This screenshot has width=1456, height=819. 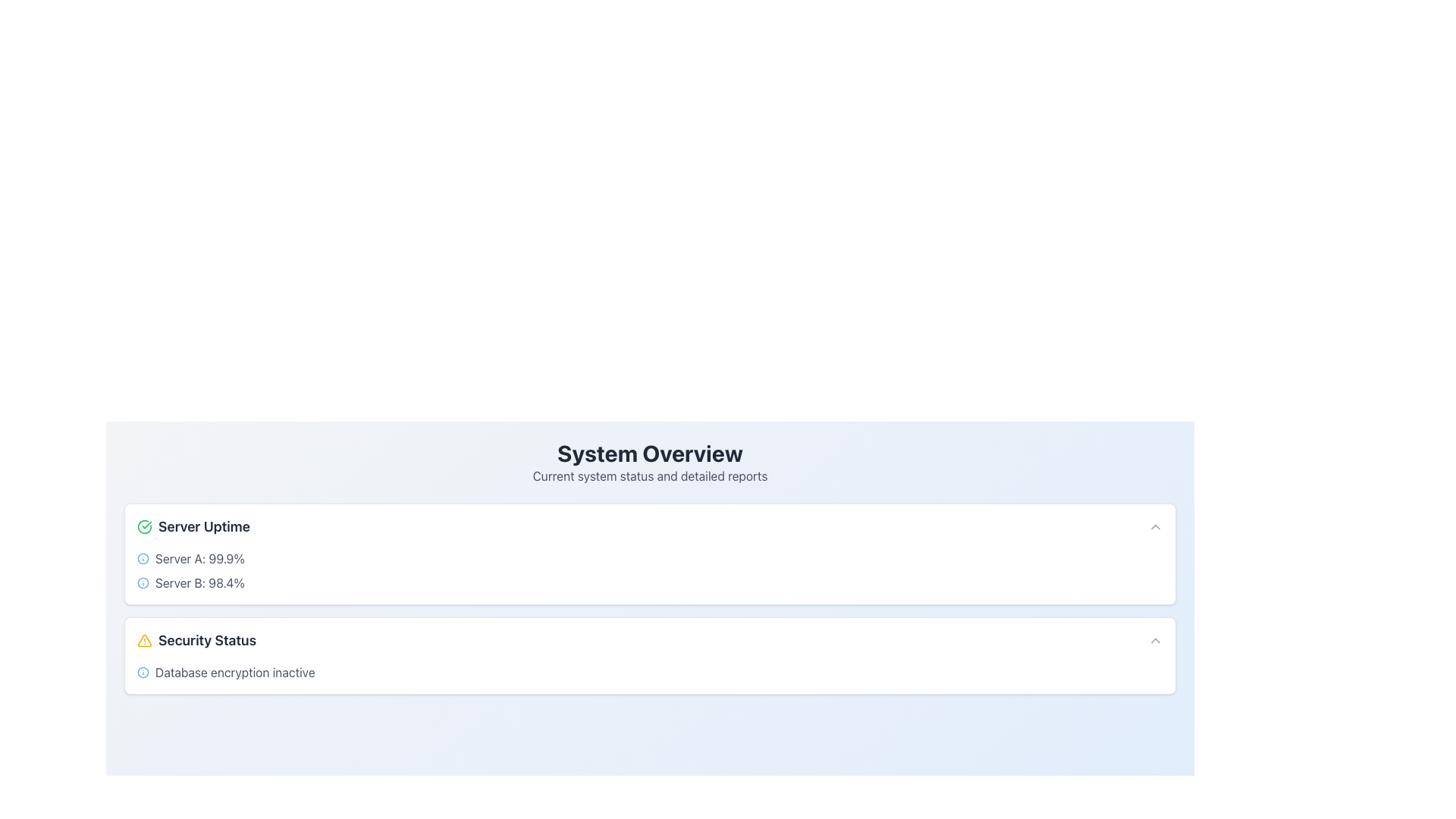 I want to click on the security status indicator icon located to the left of the text 'Security Status' within the security information panel on the lower part of the dashboard, so click(x=145, y=640).